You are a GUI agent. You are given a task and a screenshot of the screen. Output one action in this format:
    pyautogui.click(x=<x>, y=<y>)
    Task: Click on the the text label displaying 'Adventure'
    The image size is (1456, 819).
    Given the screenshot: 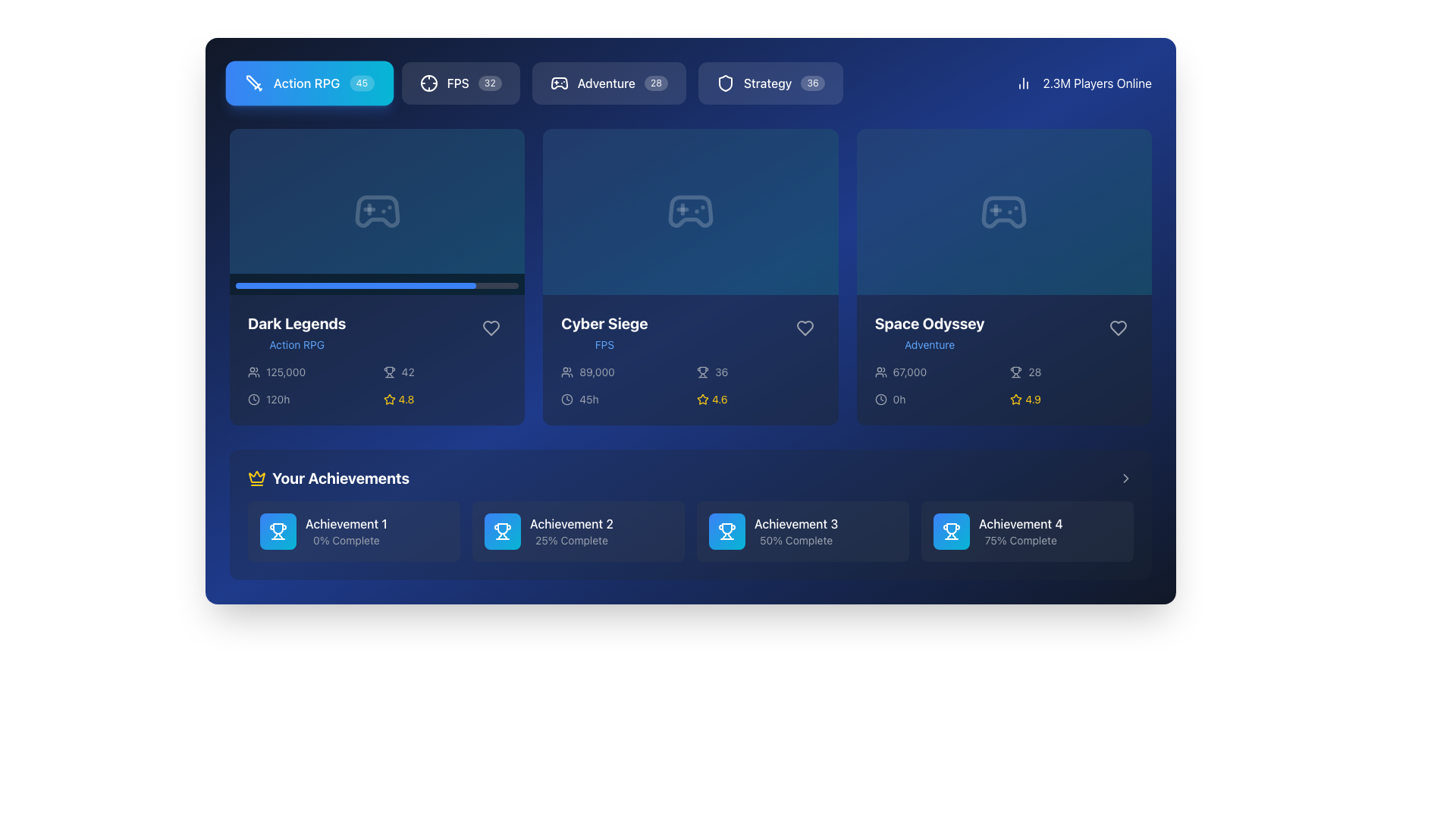 What is the action you would take?
    pyautogui.click(x=929, y=345)
    